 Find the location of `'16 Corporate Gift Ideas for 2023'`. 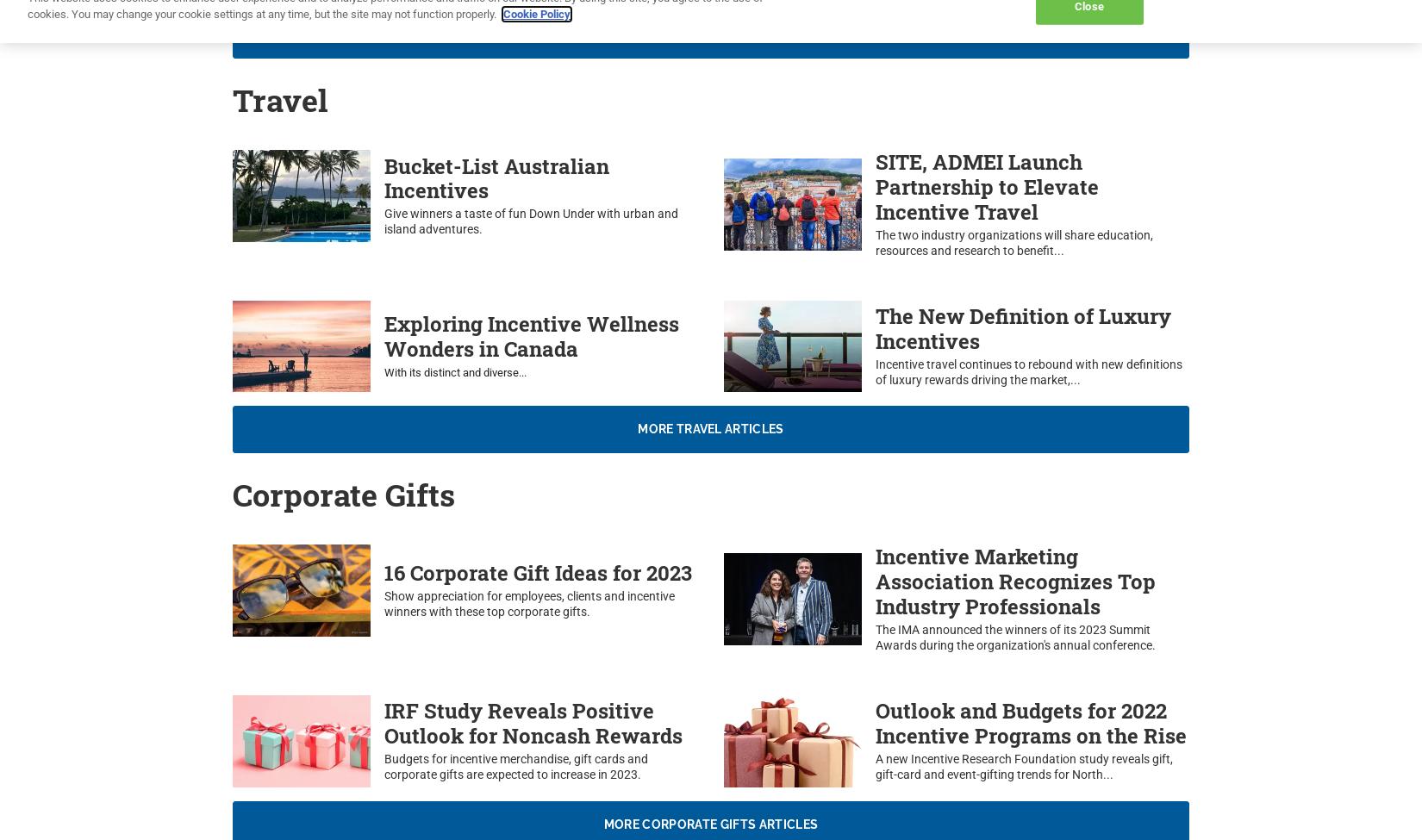

'16 Corporate Gift Ideas for 2023' is located at coordinates (537, 573).